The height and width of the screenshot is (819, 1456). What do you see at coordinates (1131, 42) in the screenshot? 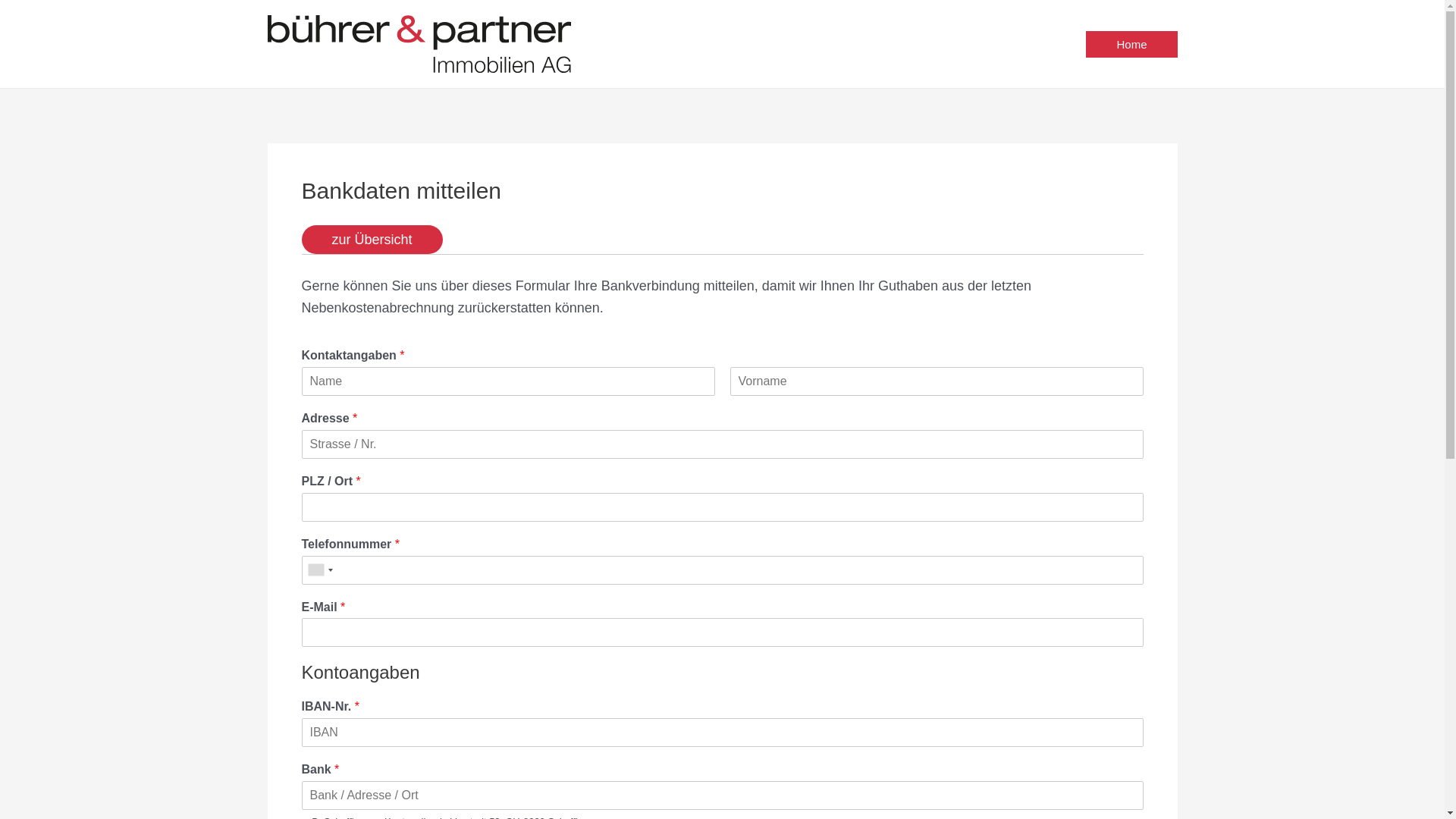
I see `'Home'` at bounding box center [1131, 42].